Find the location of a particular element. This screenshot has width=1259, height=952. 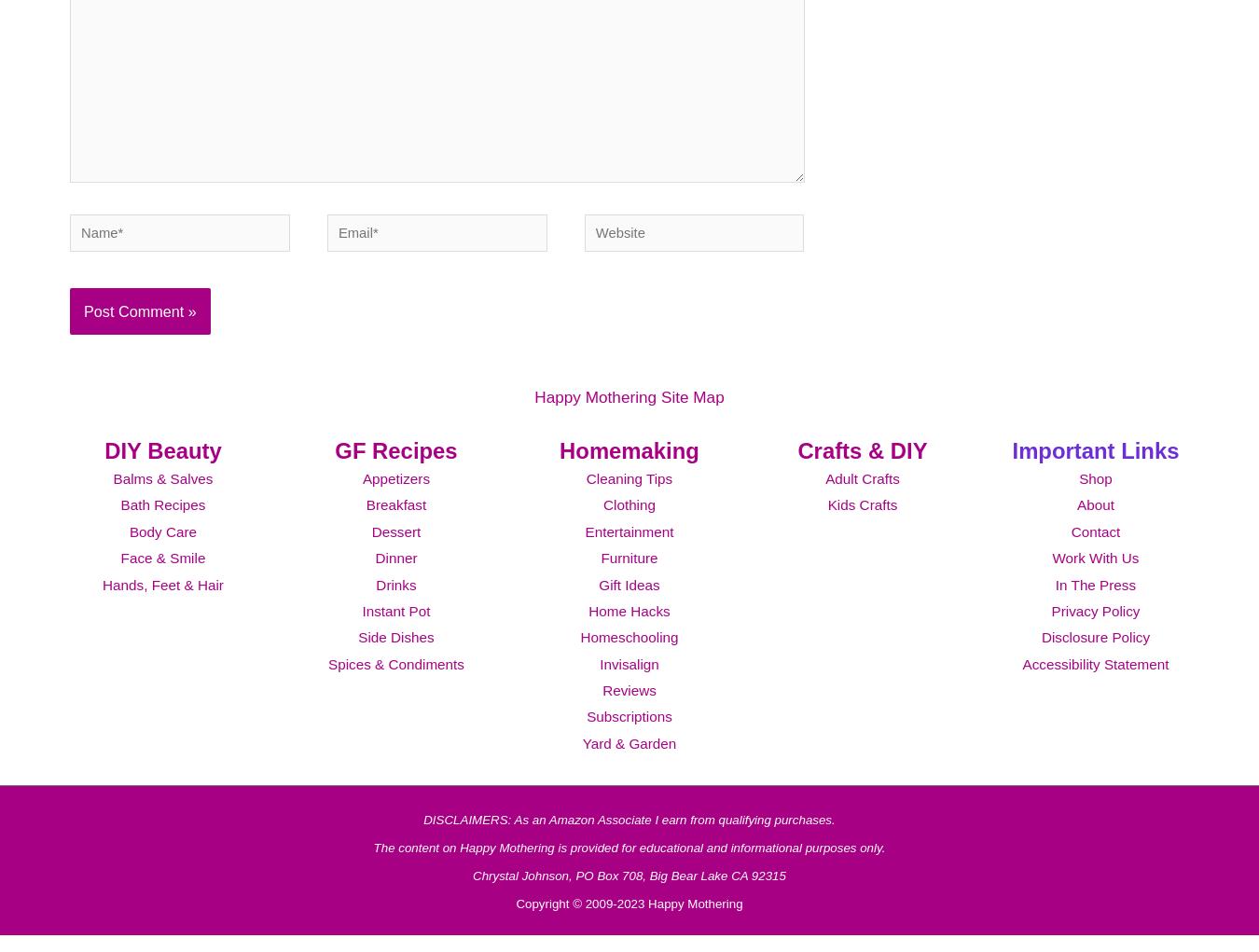

'Breakfast' is located at coordinates (395, 529).